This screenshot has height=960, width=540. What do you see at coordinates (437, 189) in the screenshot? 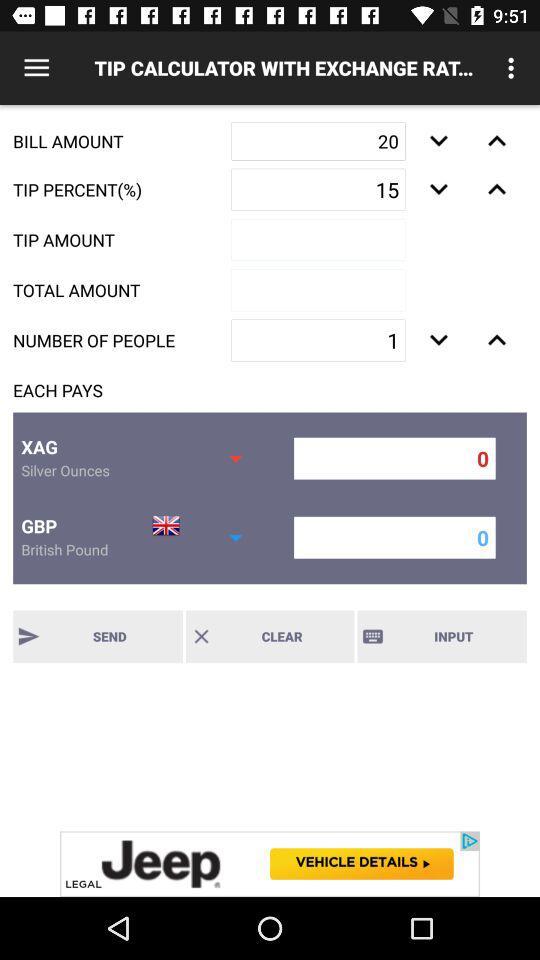
I see `the expand_more icon` at bounding box center [437, 189].